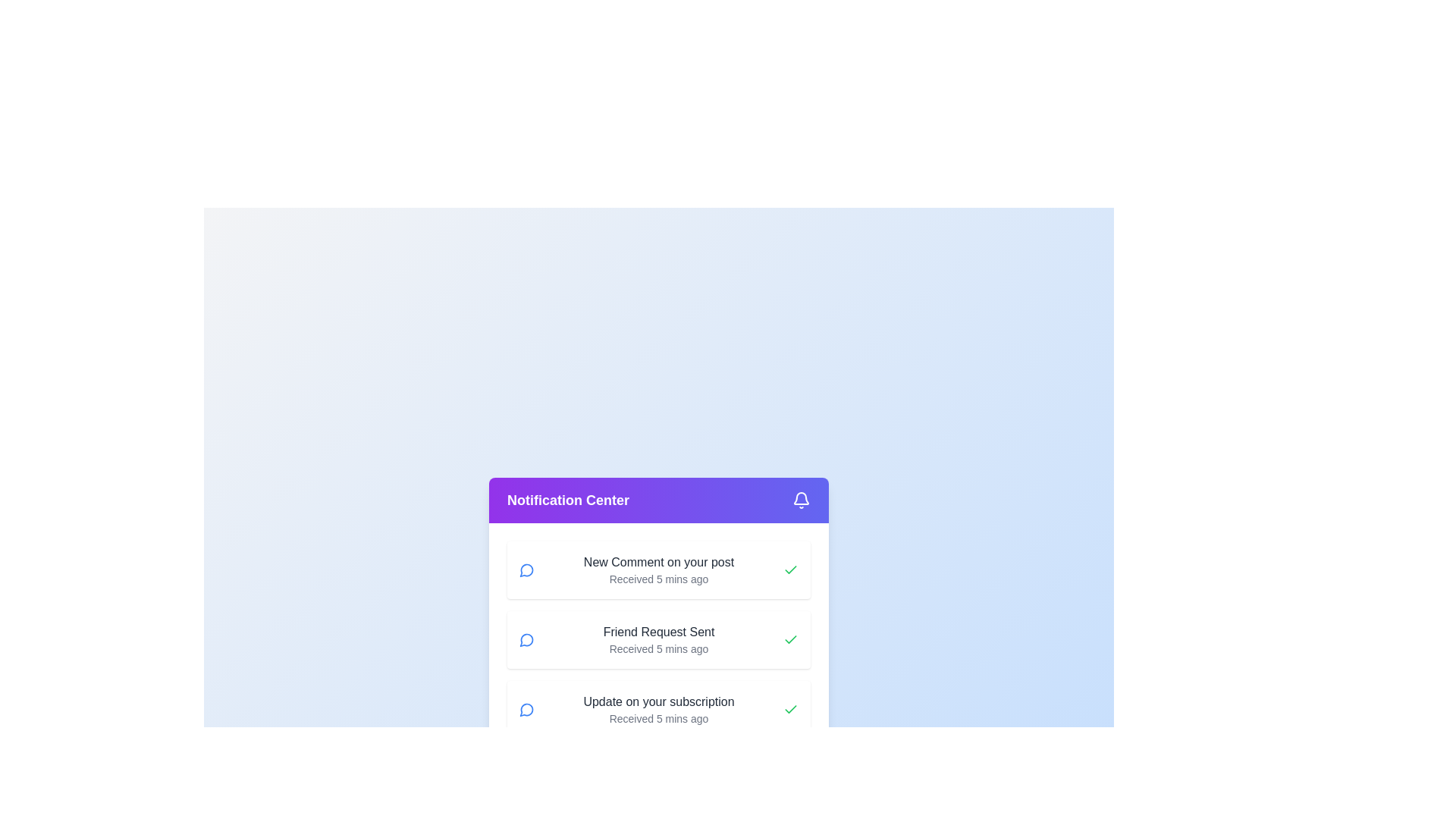  Describe the element at coordinates (658, 648) in the screenshot. I see `the gray text label displaying 'Received 5 mins ago', which is located beneath 'Friend Request Sent' in the second notification entry of the list` at that location.